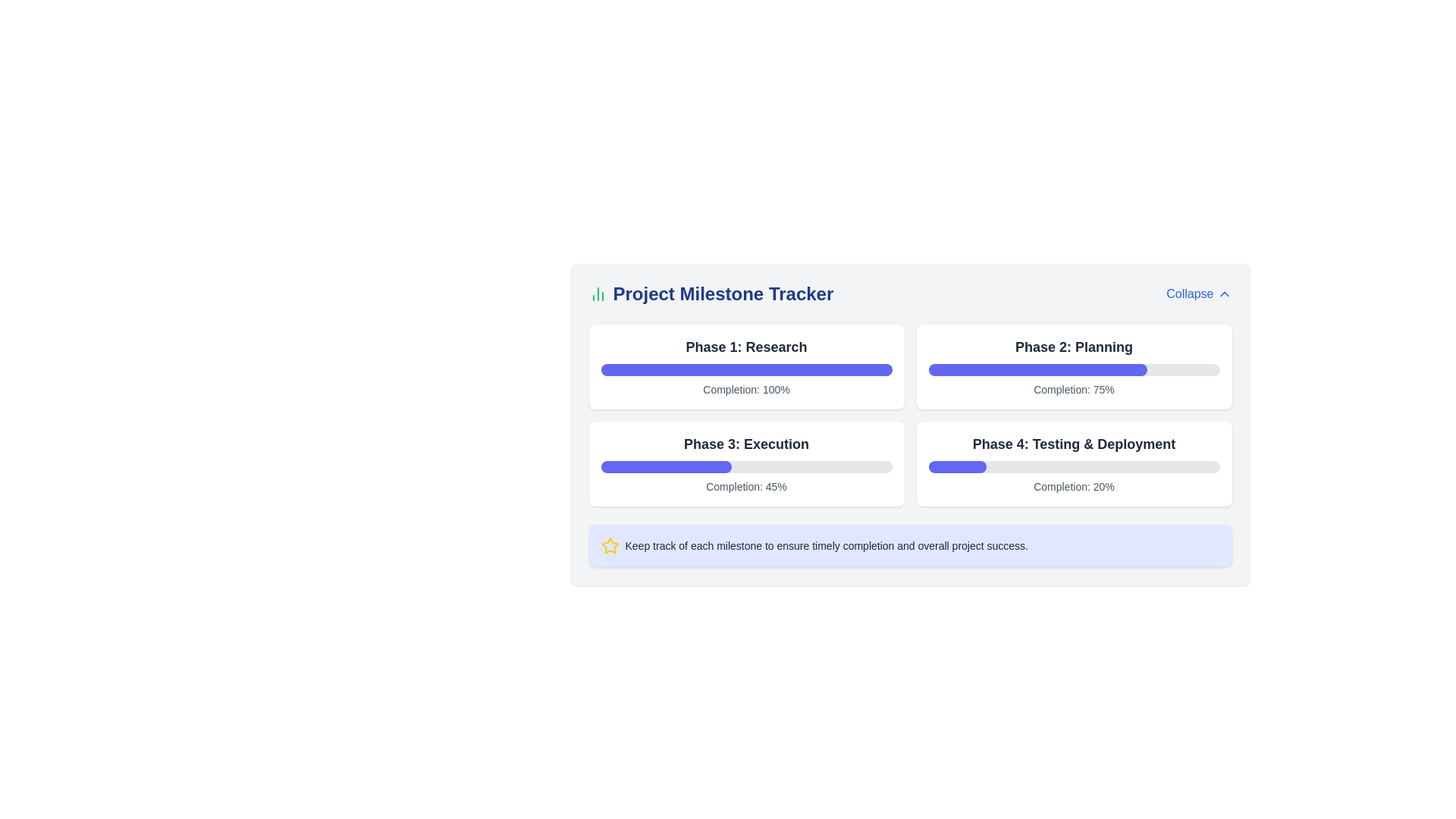 The height and width of the screenshot is (819, 1456). What do you see at coordinates (1073, 347) in the screenshot?
I see `the text label that reads 'Phase 2: Planning', which is styled with a large, bold font in dark gray, centered within a white background with rounded corners and a shadow effect` at bounding box center [1073, 347].